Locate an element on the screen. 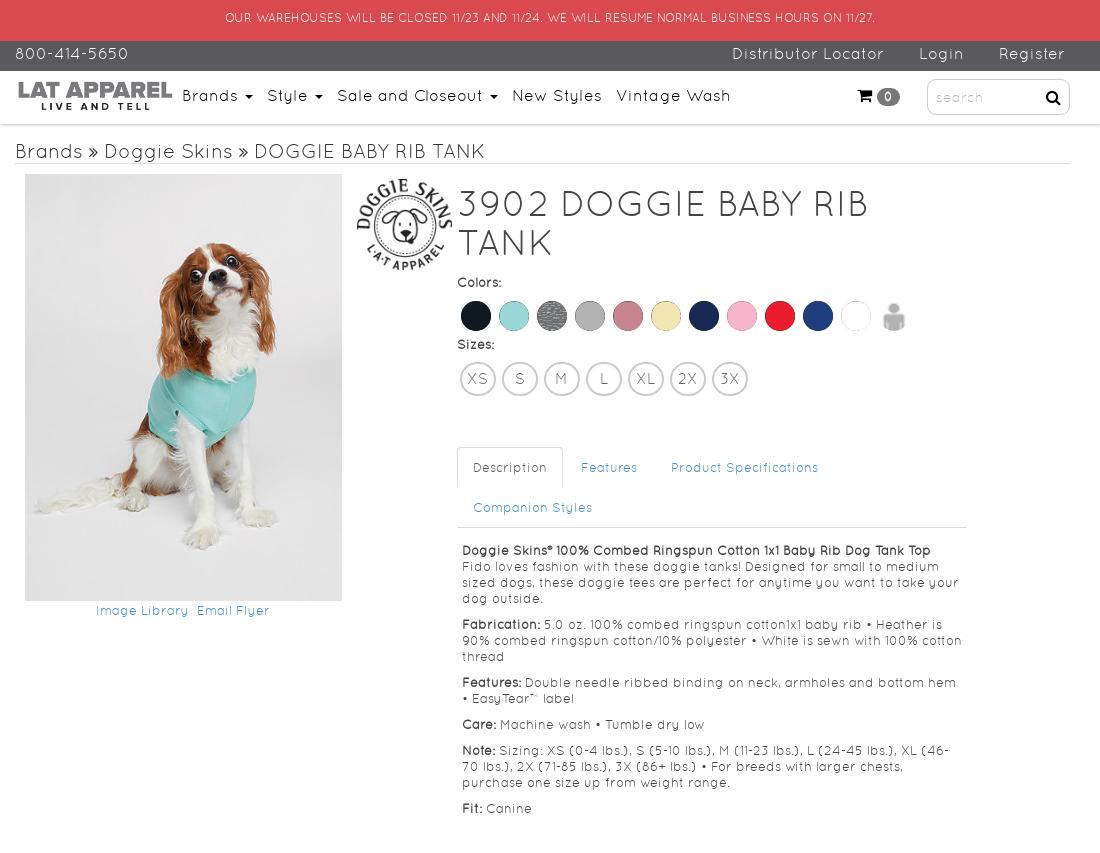 The width and height of the screenshot is (1100, 853). 'Double needle ribbed binding on neck, armholes and bottom hem • EasyTear™ label' is located at coordinates (706, 688).